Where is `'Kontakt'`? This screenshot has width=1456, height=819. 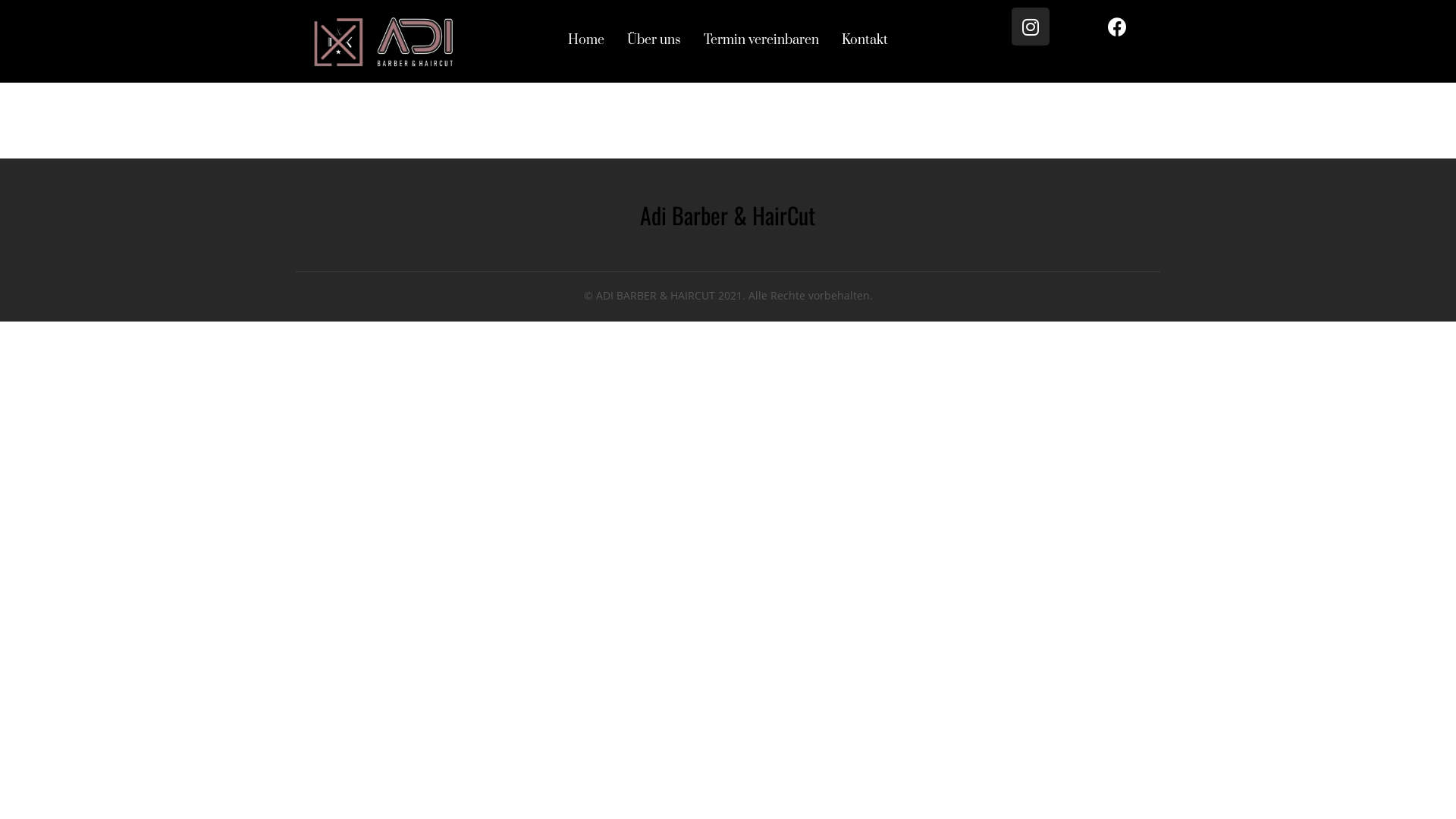
'Kontakt' is located at coordinates (864, 39).